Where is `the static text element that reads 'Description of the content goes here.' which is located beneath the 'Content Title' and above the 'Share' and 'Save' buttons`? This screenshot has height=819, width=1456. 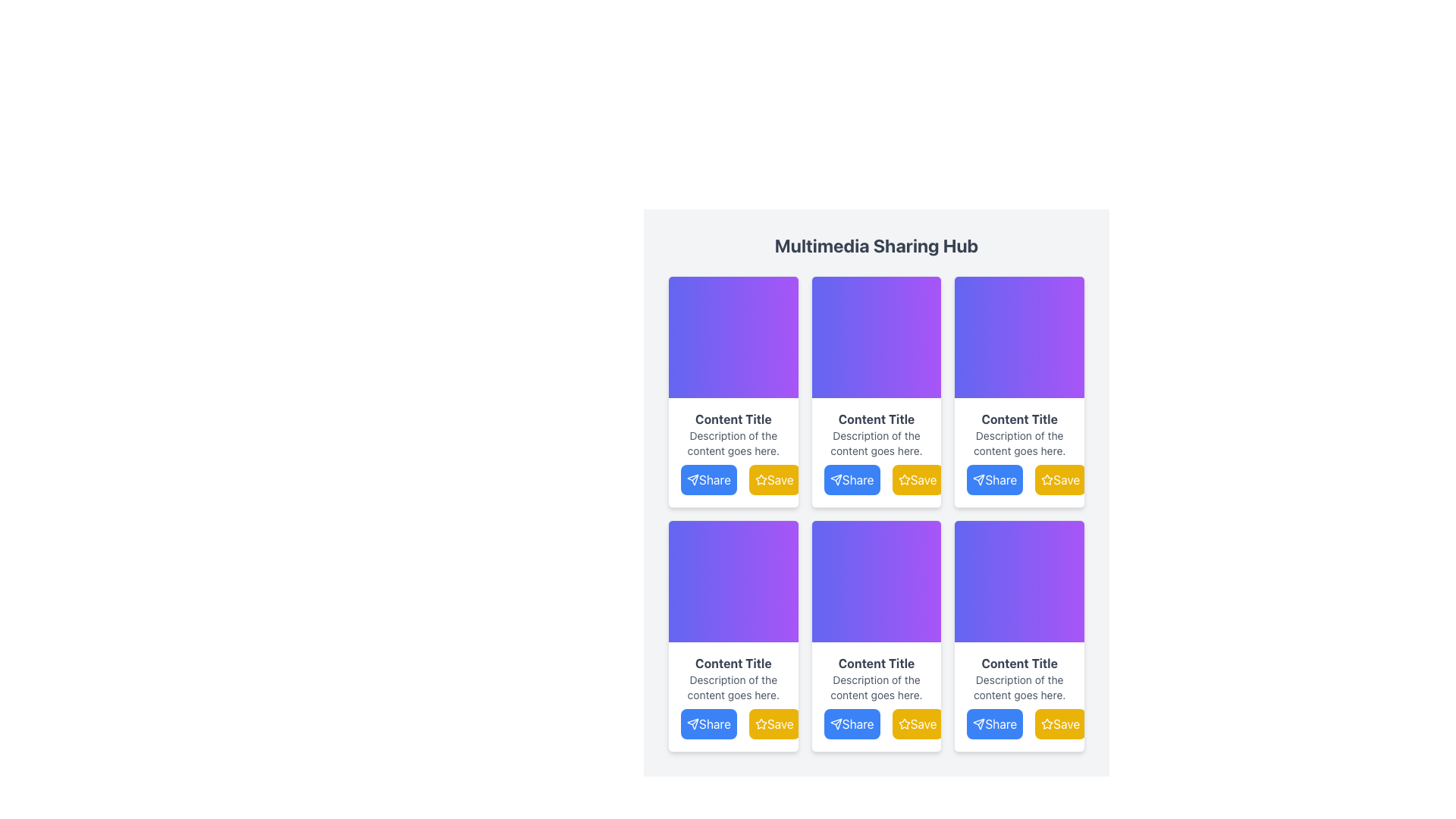 the static text element that reads 'Description of the content goes here.' which is located beneath the 'Content Title' and above the 'Share' and 'Save' buttons is located at coordinates (1019, 687).